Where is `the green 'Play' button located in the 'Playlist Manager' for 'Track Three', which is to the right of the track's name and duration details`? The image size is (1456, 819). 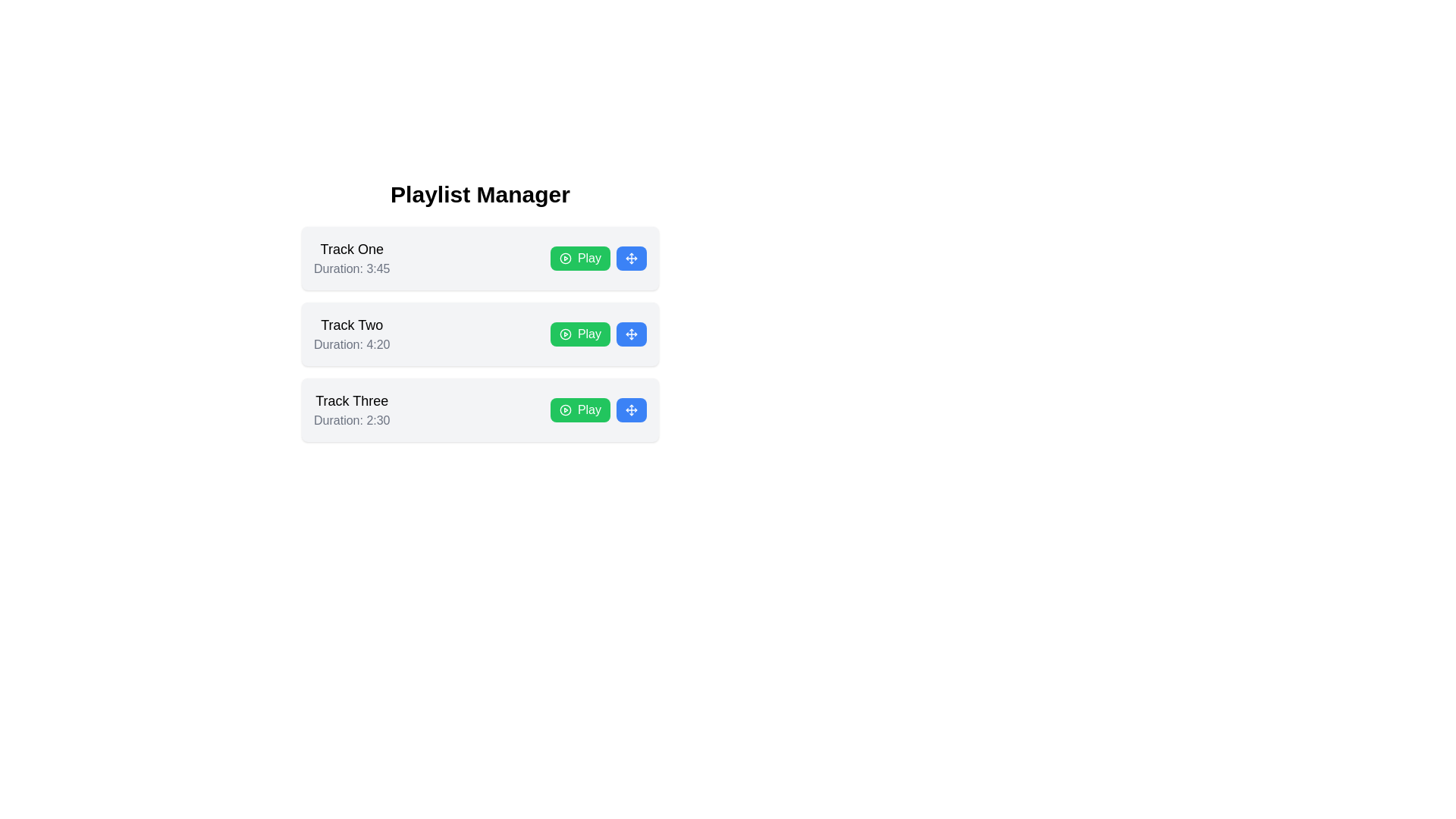 the green 'Play' button located in the 'Playlist Manager' for 'Track Three', which is to the right of the track's name and duration details is located at coordinates (579, 409).